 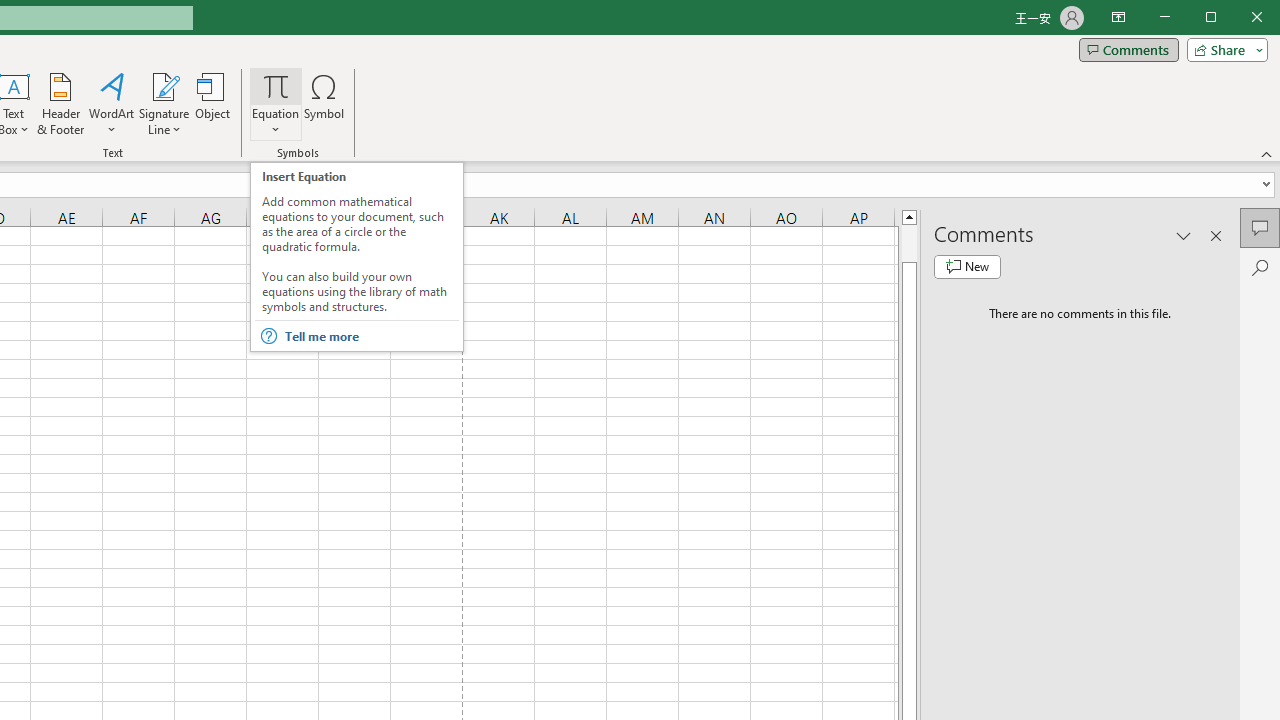 What do you see at coordinates (60, 104) in the screenshot?
I see `'Header & Footer...'` at bounding box center [60, 104].